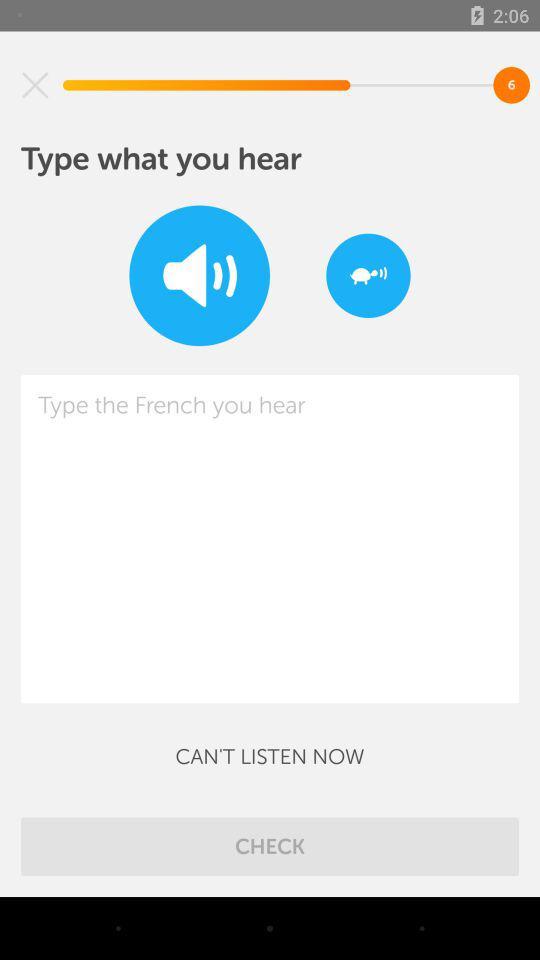  What do you see at coordinates (270, 755) in the screenshot?
I see `the can t listen icon` at bounding box center [270, 755].